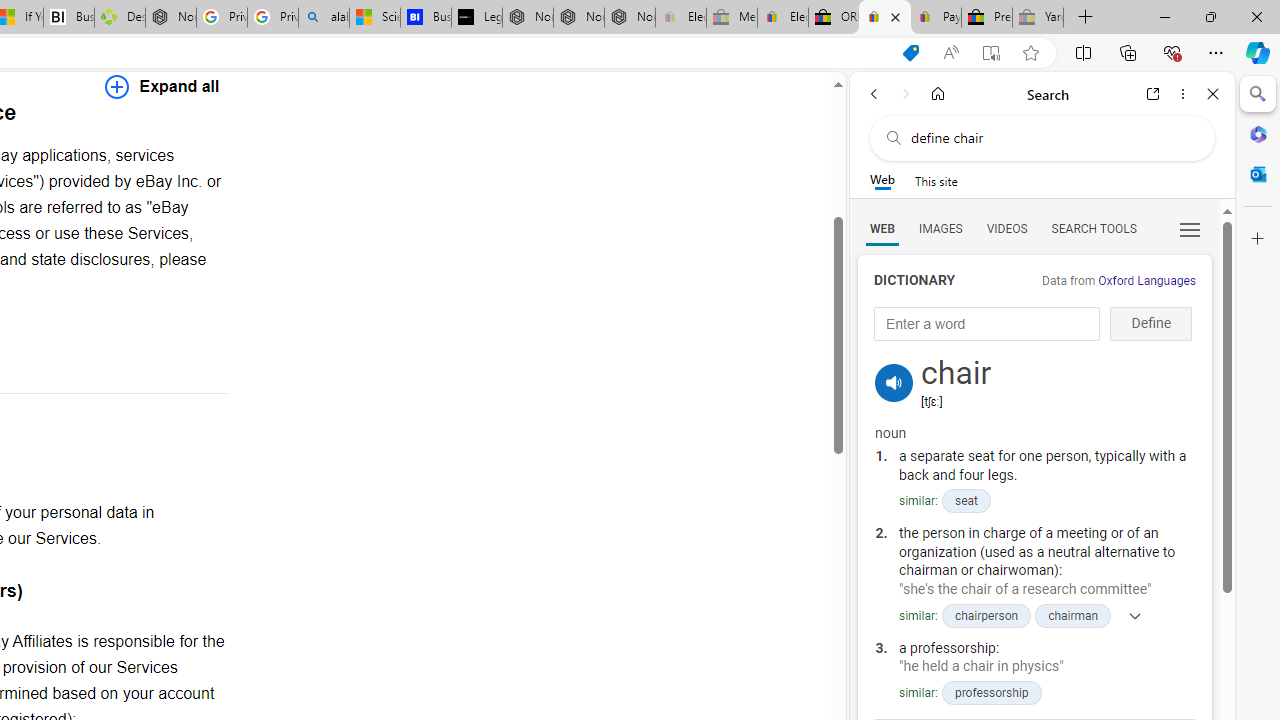 The image size is (1280, 720). I want to click on 'alabama high school quarterback dies - Search', so click(324, 17).